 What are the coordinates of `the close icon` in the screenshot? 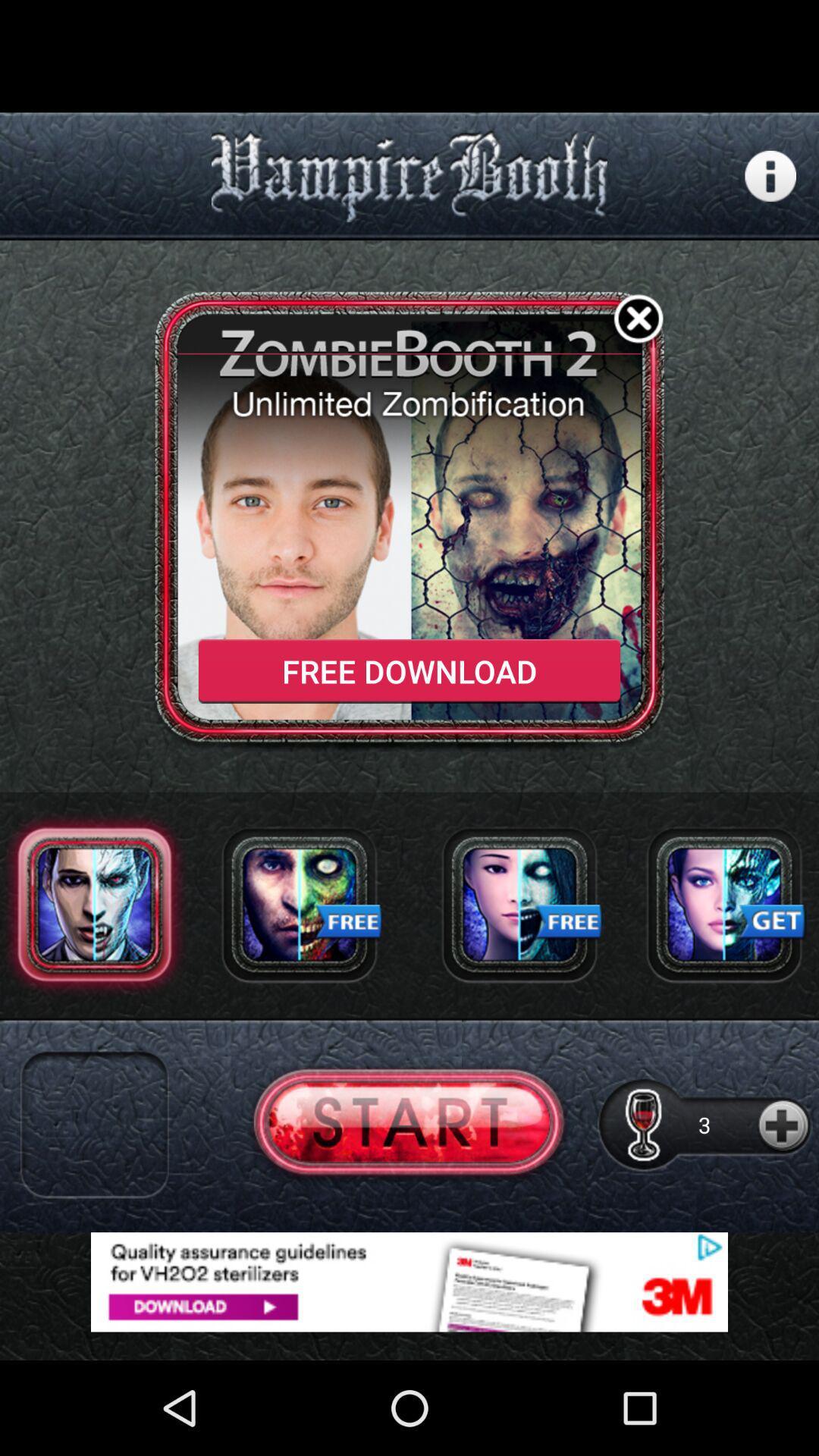 It's located at (639, 344).